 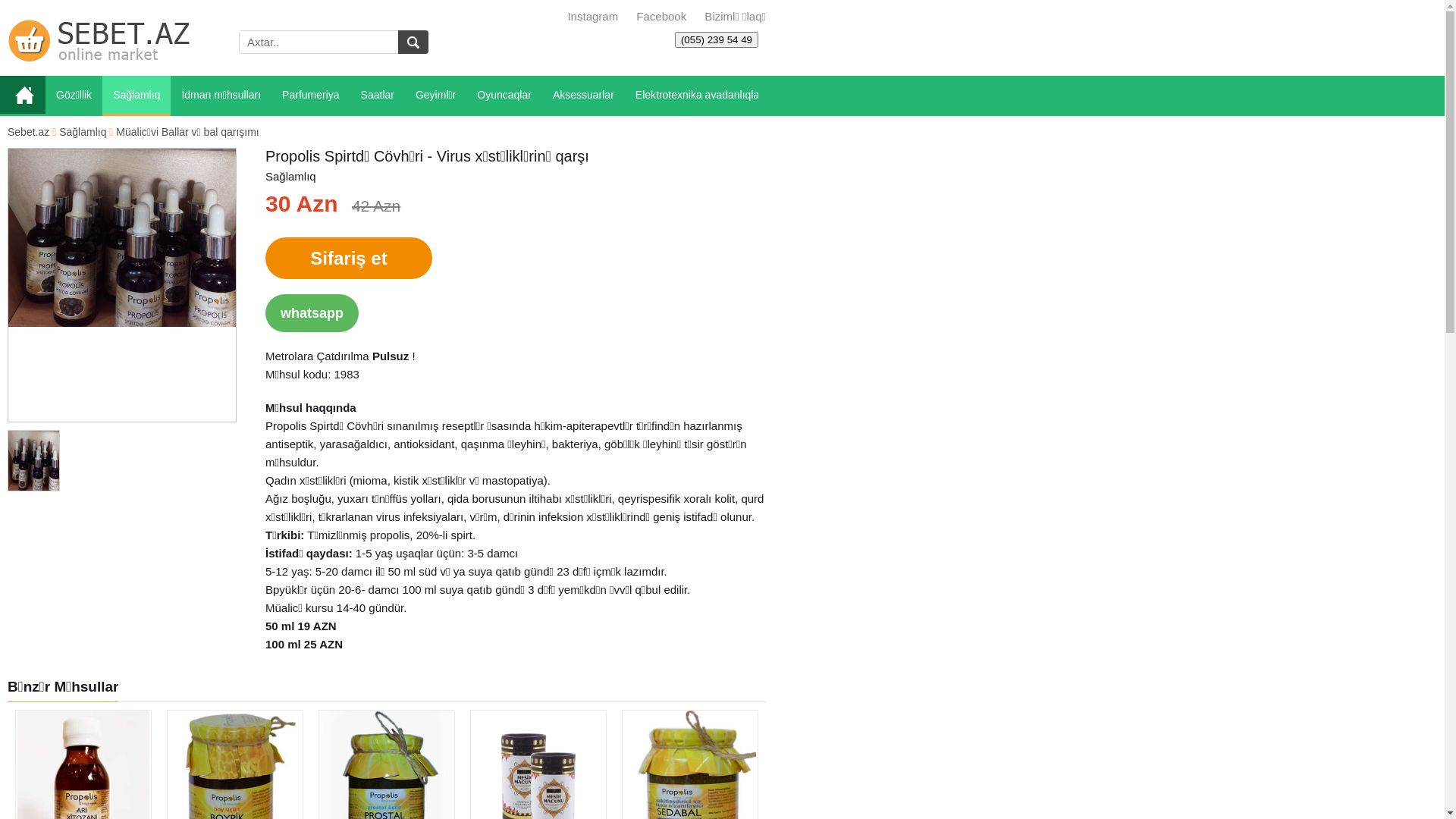 What do you see at coordinates (591, 16) in the screenshot?
I see `'Instagram'` at bounding box center [591, 16].